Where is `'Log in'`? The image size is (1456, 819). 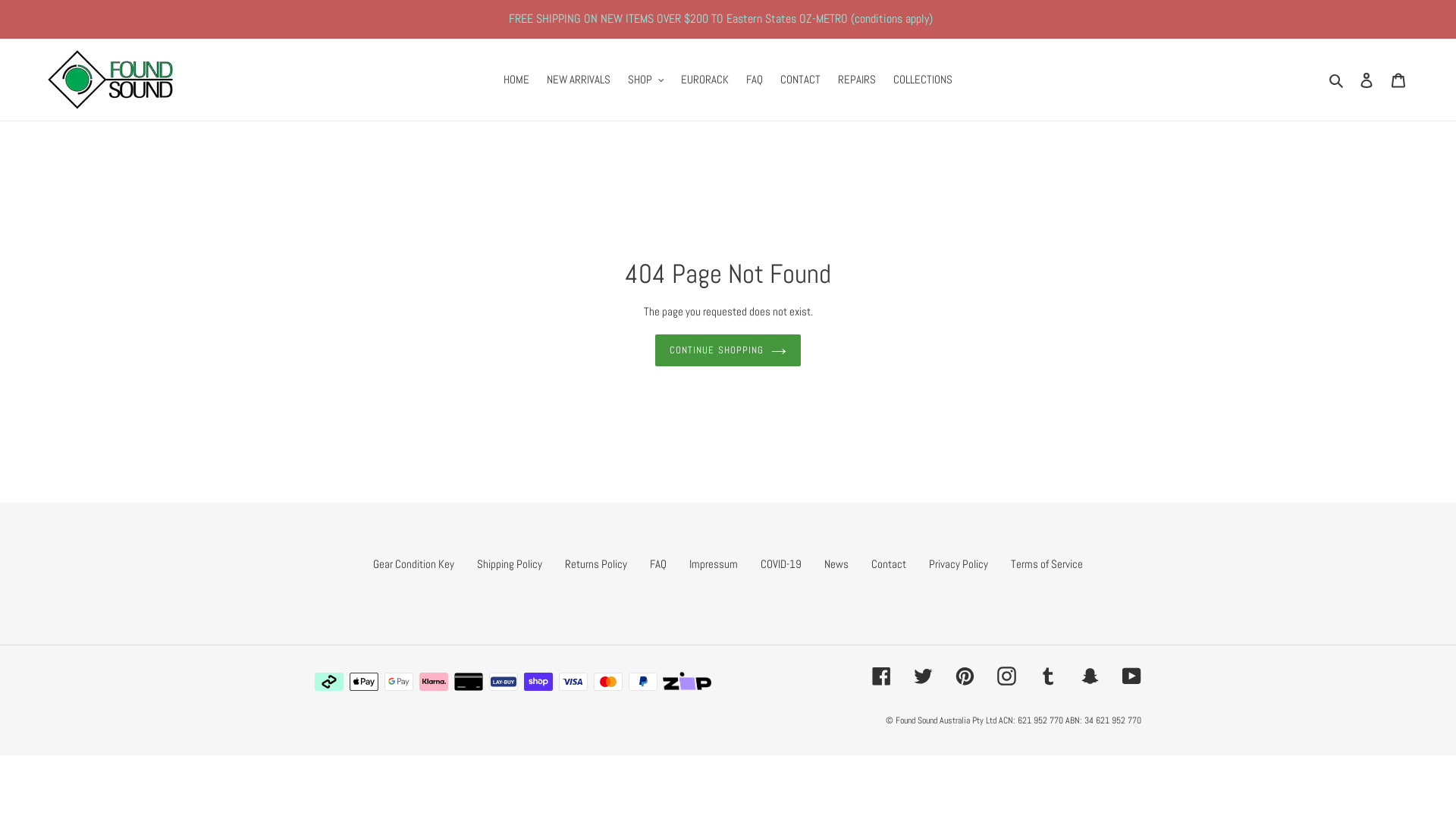
'Log in' is located at coordinates (1366, 80).